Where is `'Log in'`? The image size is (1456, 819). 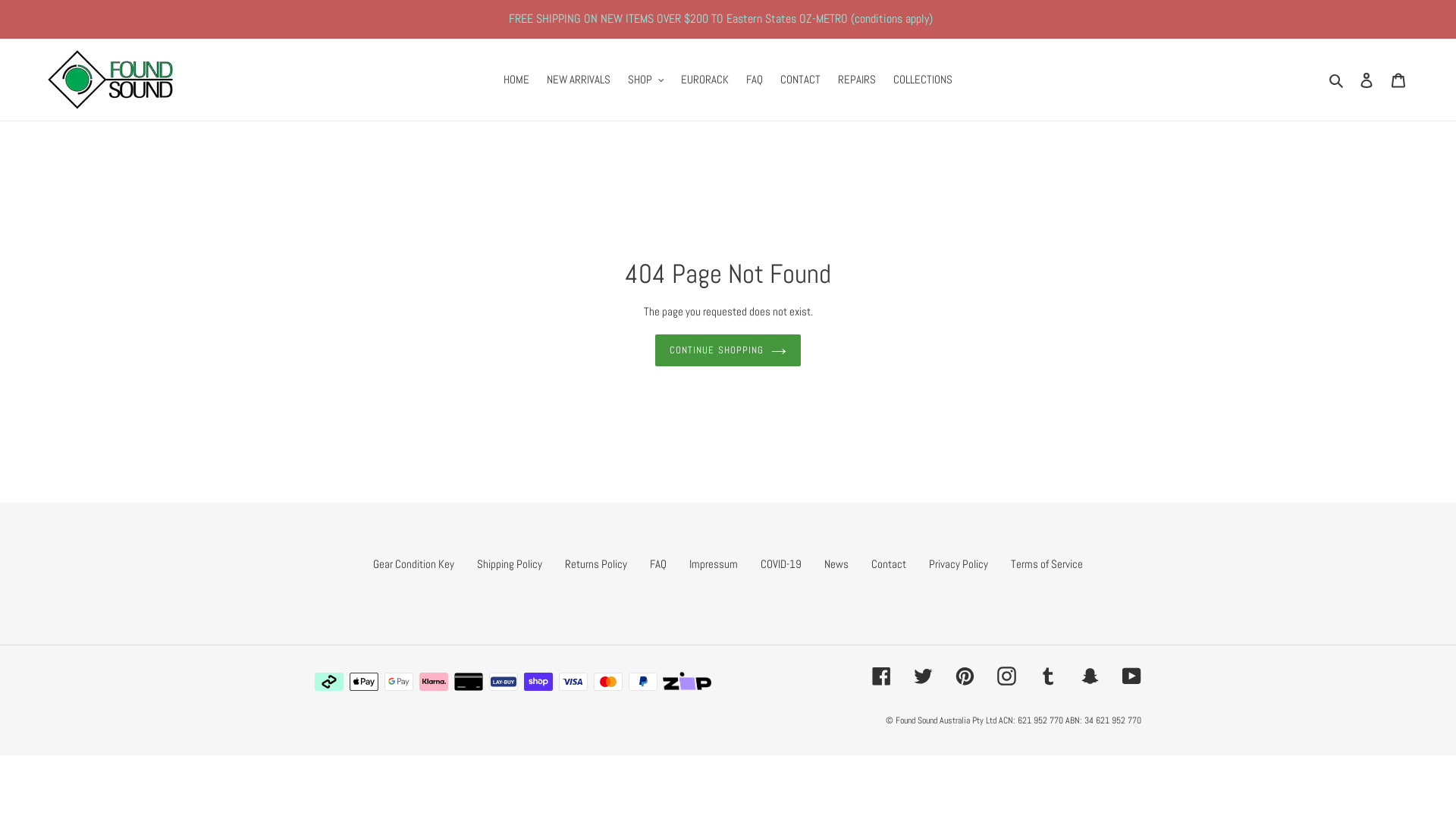
'Log in' is located at coordinates (1366, 80).